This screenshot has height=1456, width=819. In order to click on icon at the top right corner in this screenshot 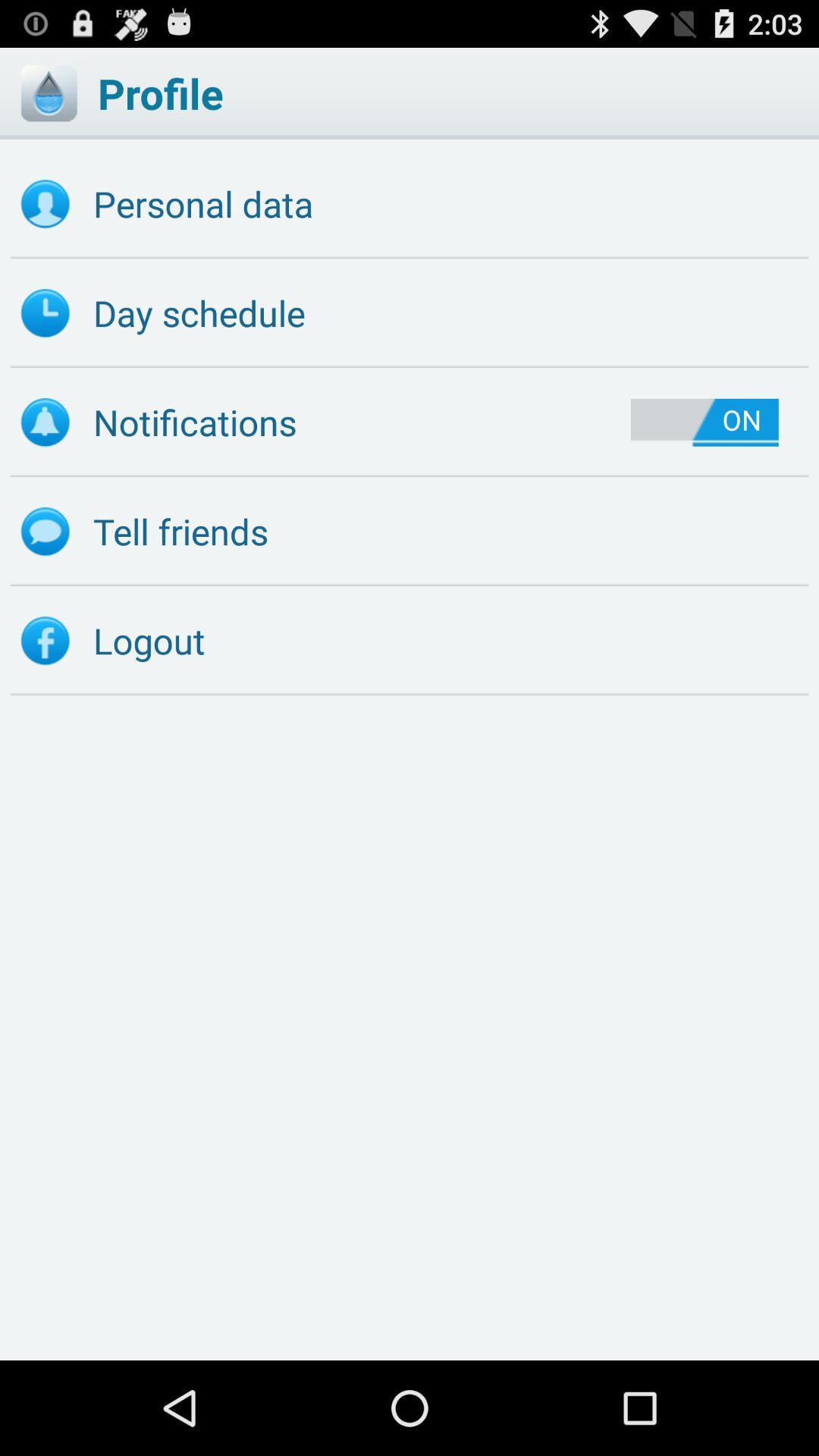, I will do `click(704, 422)`.